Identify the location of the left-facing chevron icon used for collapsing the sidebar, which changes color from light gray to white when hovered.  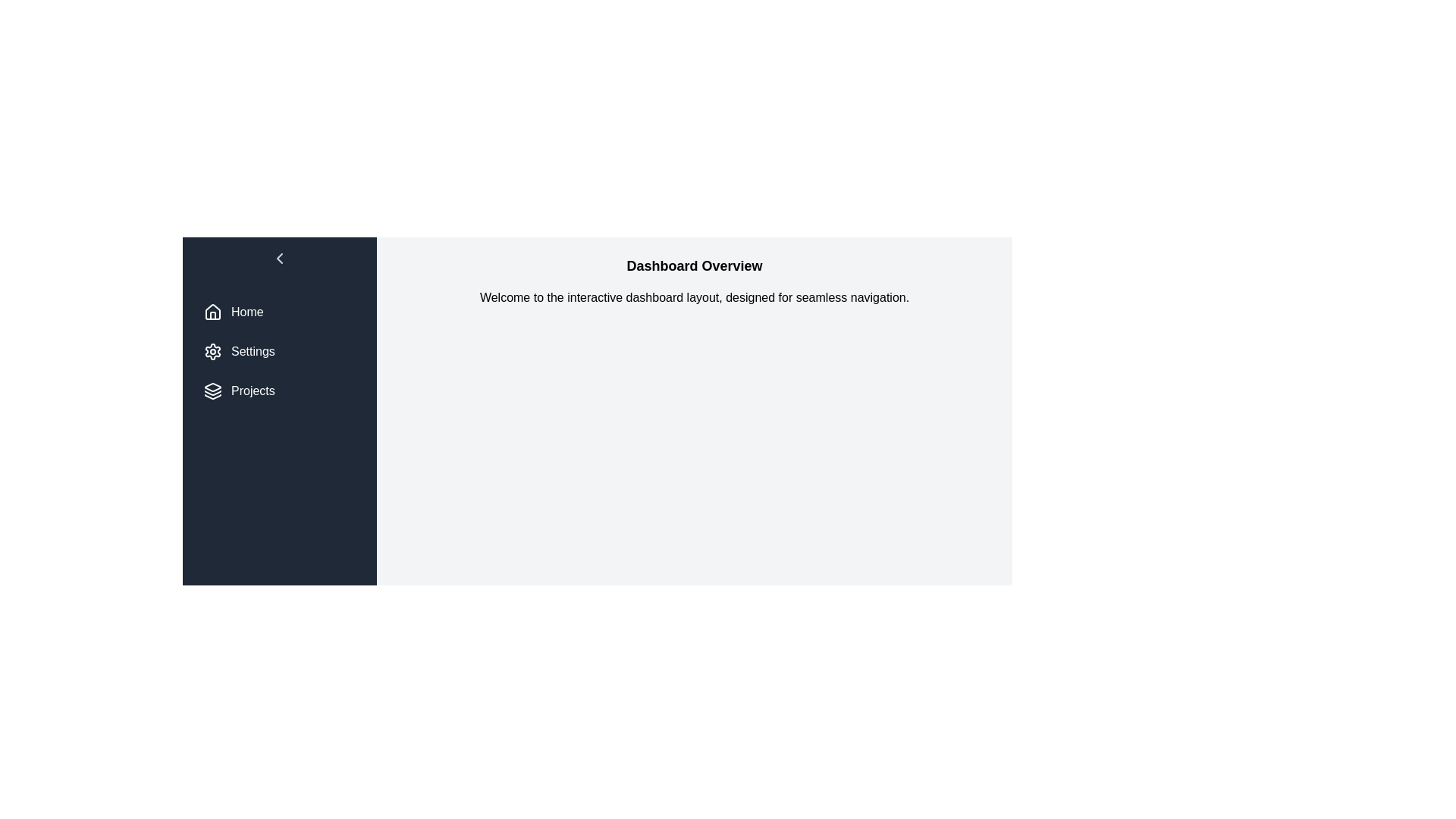
(280, 257).